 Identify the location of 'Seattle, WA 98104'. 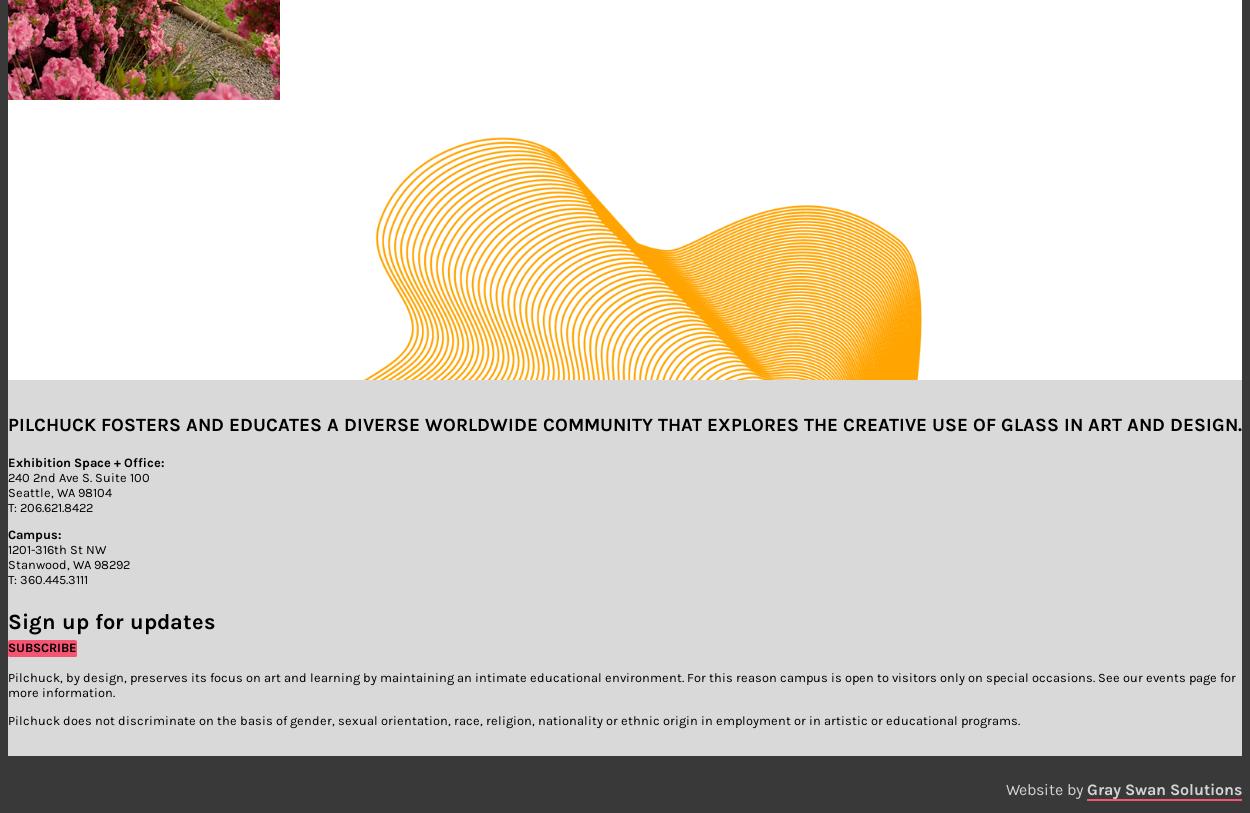
(8, 491).